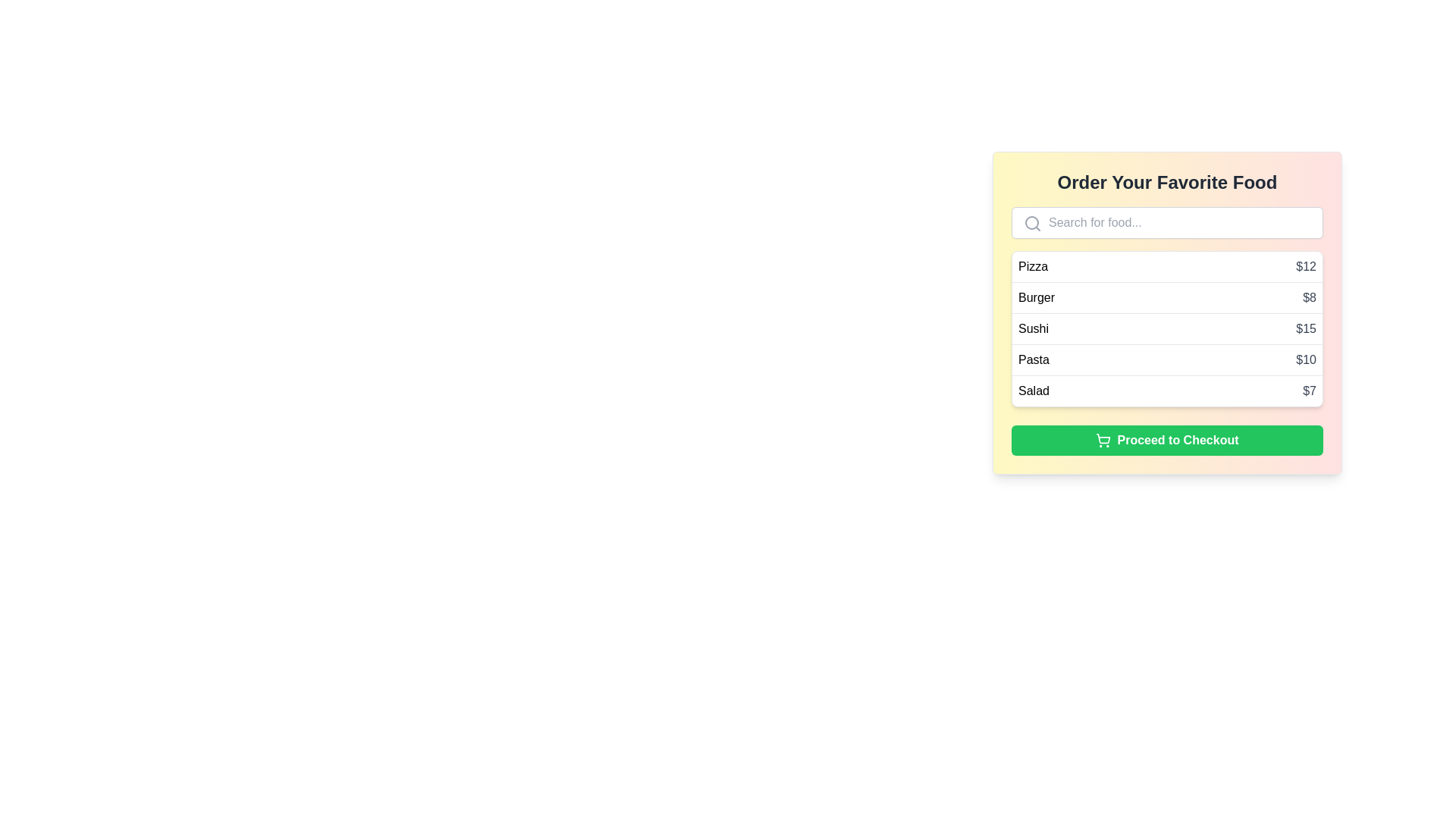 The height and width of the screenshot is (819, 1456). What do you see at coordinates (1166, 328) in the screenshot?
I see `the third row of the food menu options, positioned between 'Burger' and 'Pasta'` at bounding box center [1166, 328].